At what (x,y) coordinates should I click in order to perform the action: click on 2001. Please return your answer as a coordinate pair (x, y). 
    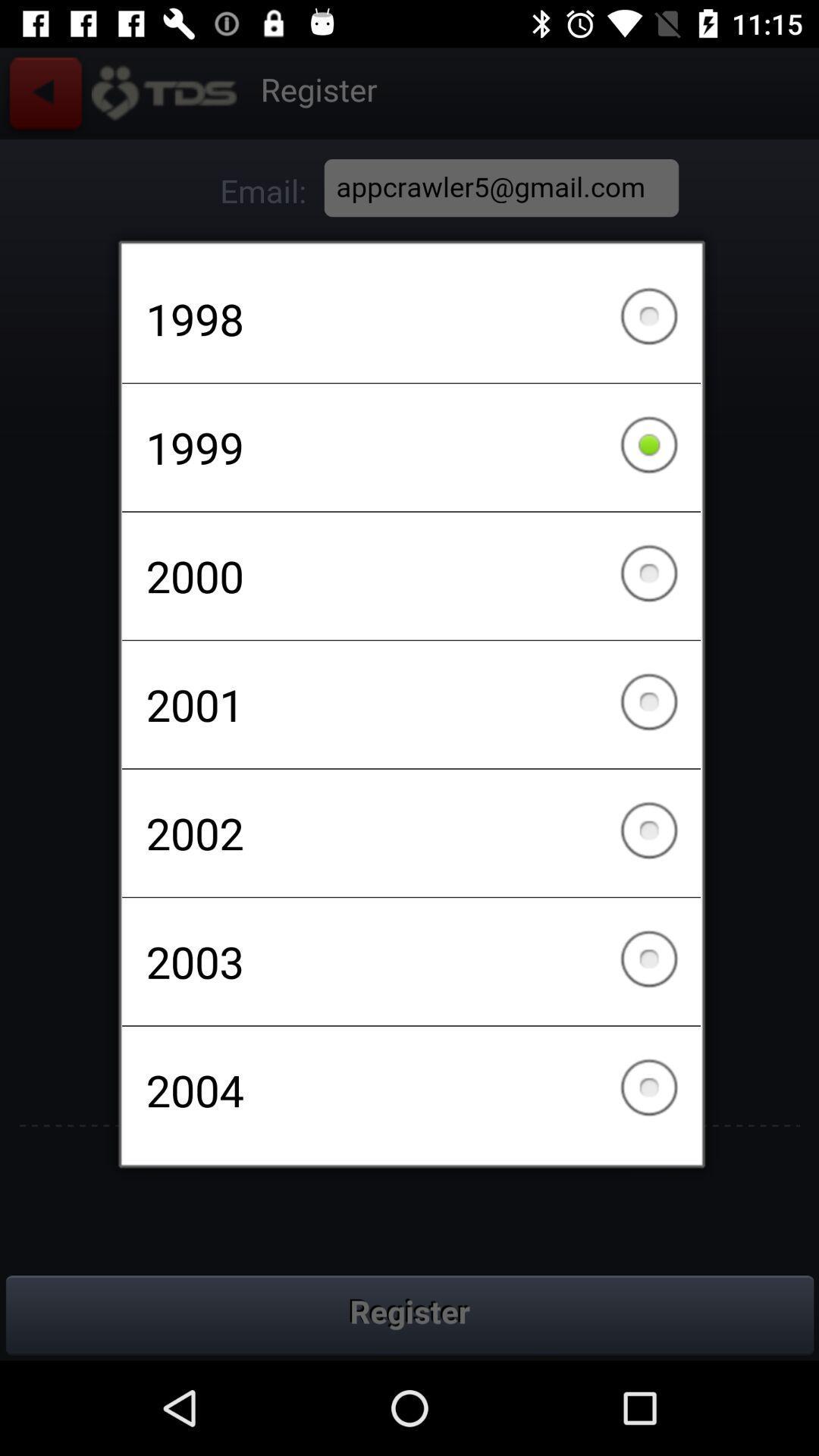
    Looking at the image, I should click on (411, 704).